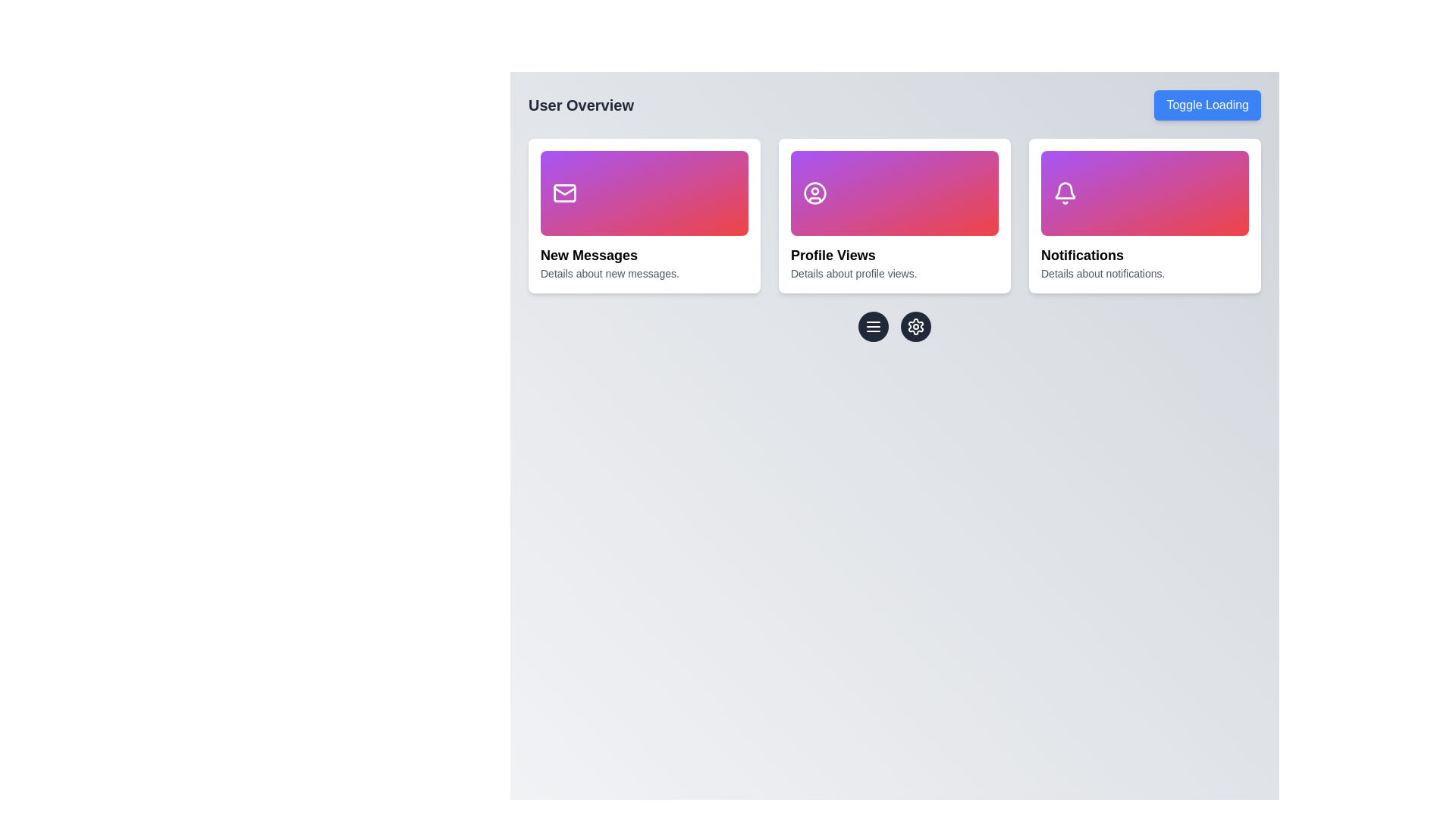  I want to click on the Text label that serves as the title for the third card in a row of three cards, located in the middle of the bottom section directly above smaller descriptive text, so click(1081, 254).